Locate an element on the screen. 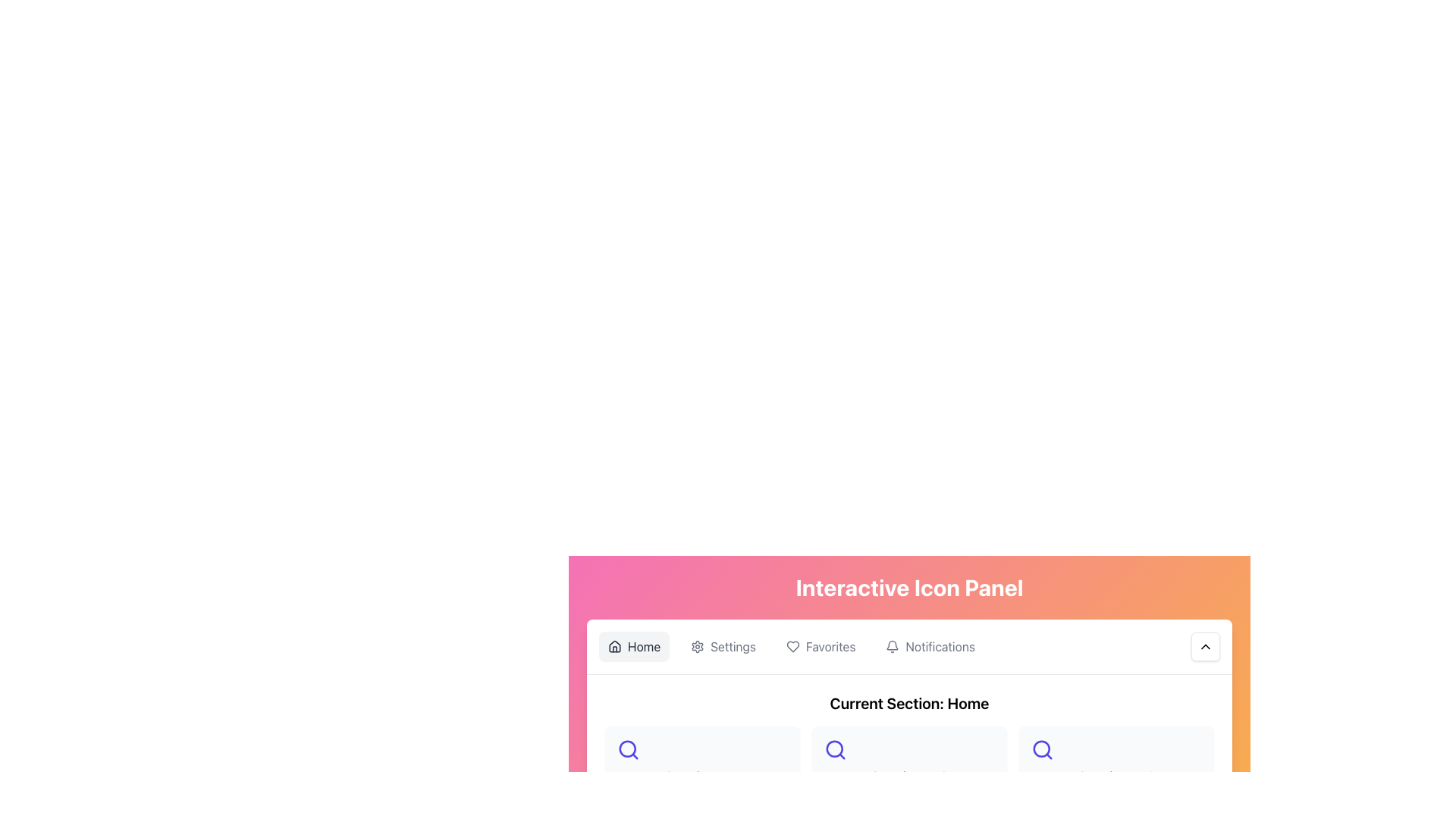 The height and width of the screenshot is (819, 1456). the text header that reads 'Interactive Icon Panel', which is styled in a bold, large font and displayed on a gradient background transitioning from pink to yellow is located at coordinates (909, 587).